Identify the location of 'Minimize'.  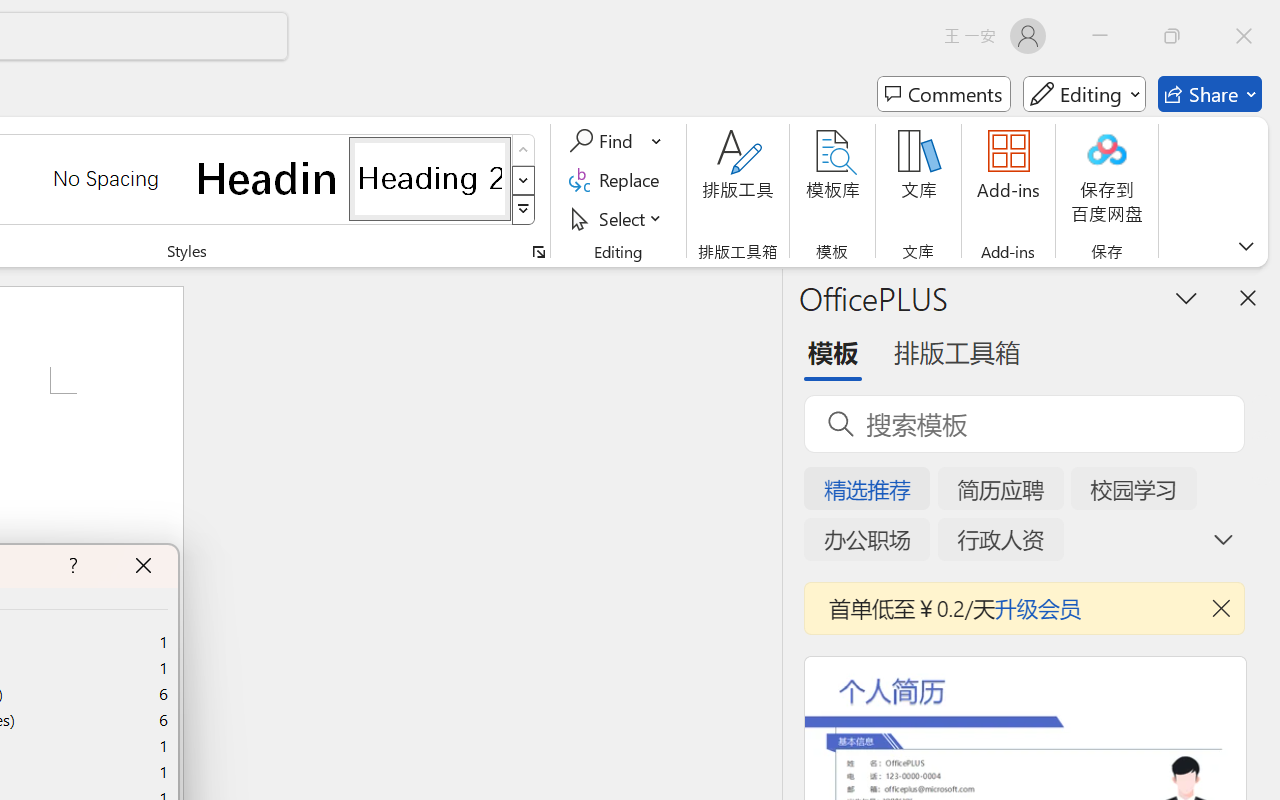
(1099, 35).